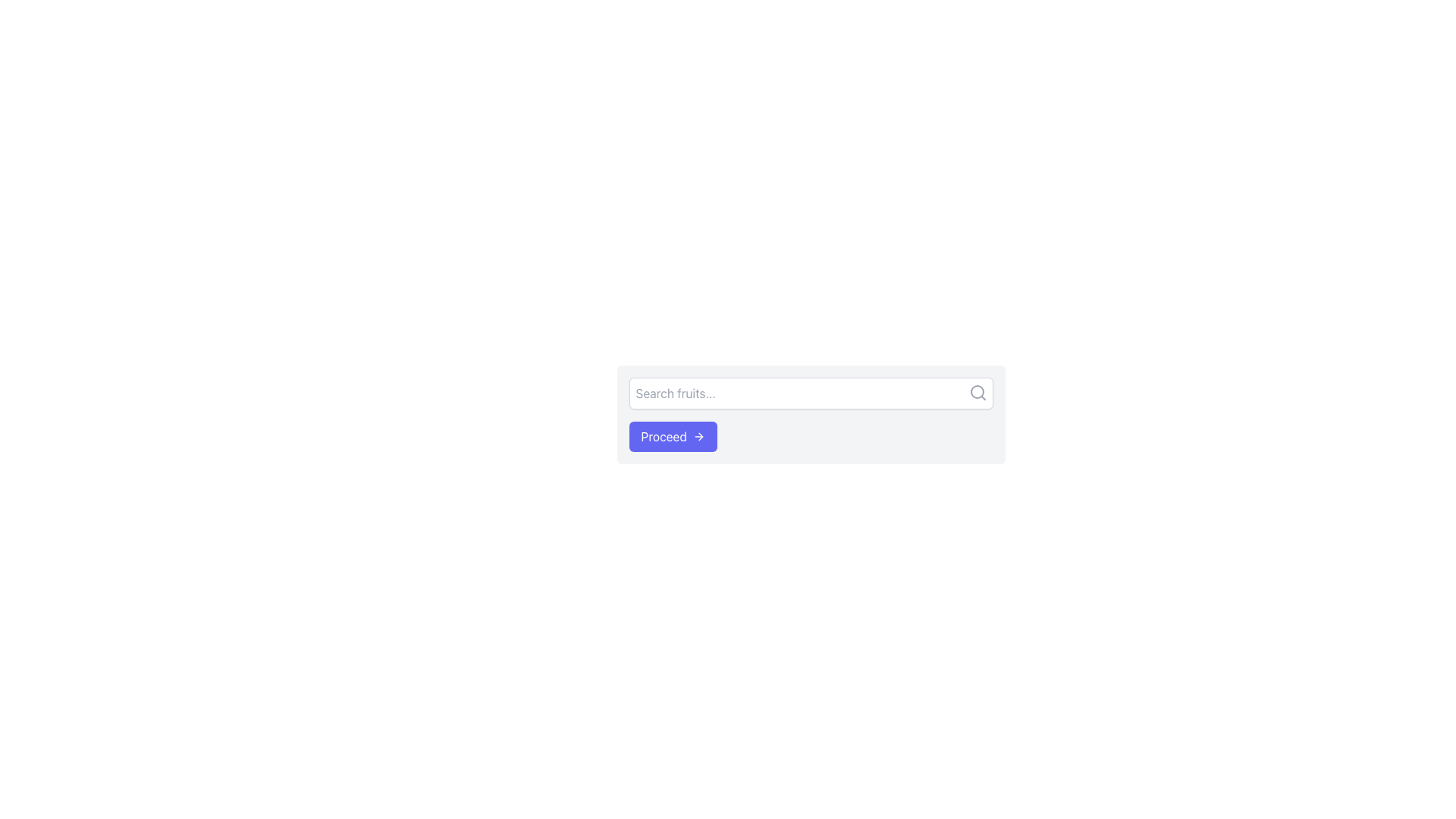  What do you see at coordinates (698, 436) in the screenshot?
I see `the icon within the 'Proceed' button, which indicates a forward action and is located to the right of the button's text` at bounding box center [698, 436].